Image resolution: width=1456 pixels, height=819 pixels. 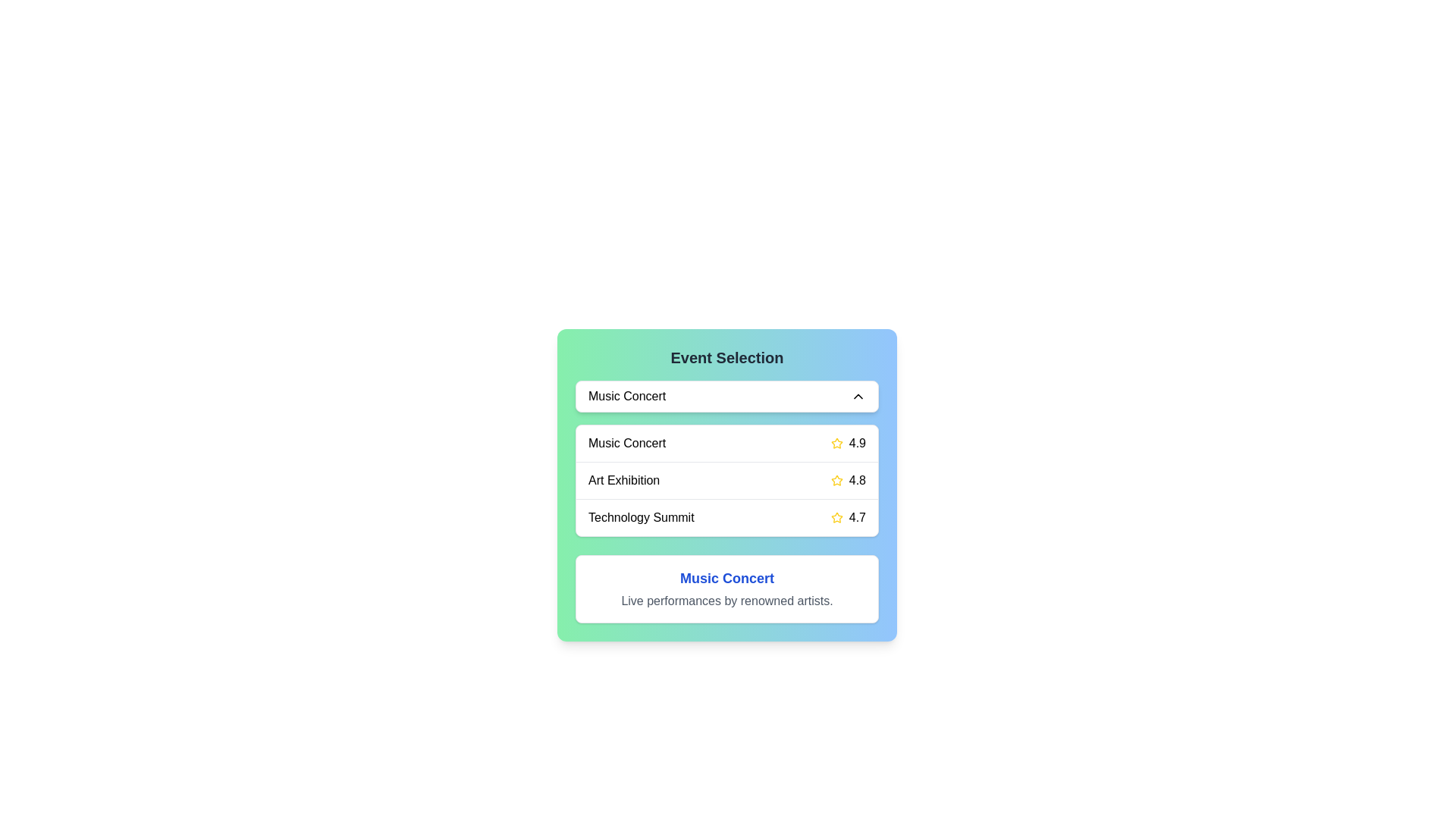 I want to click on the star icon representing the rating system, located to the left of the numeric score '4.8', to interact with it, so click(x=836, y=480).